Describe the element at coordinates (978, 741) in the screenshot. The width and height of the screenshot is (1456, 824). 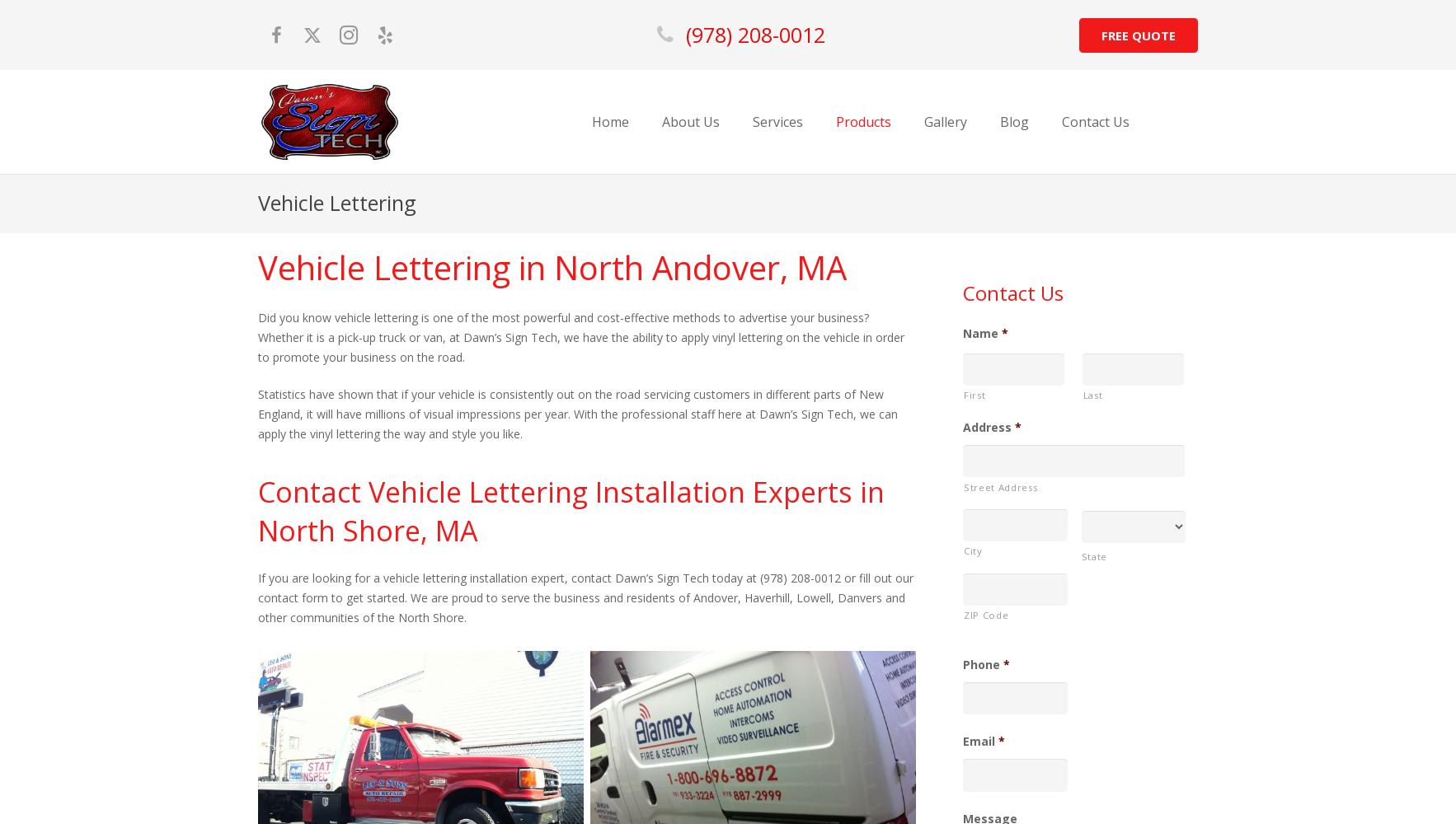
I see `'Email'` at that location.